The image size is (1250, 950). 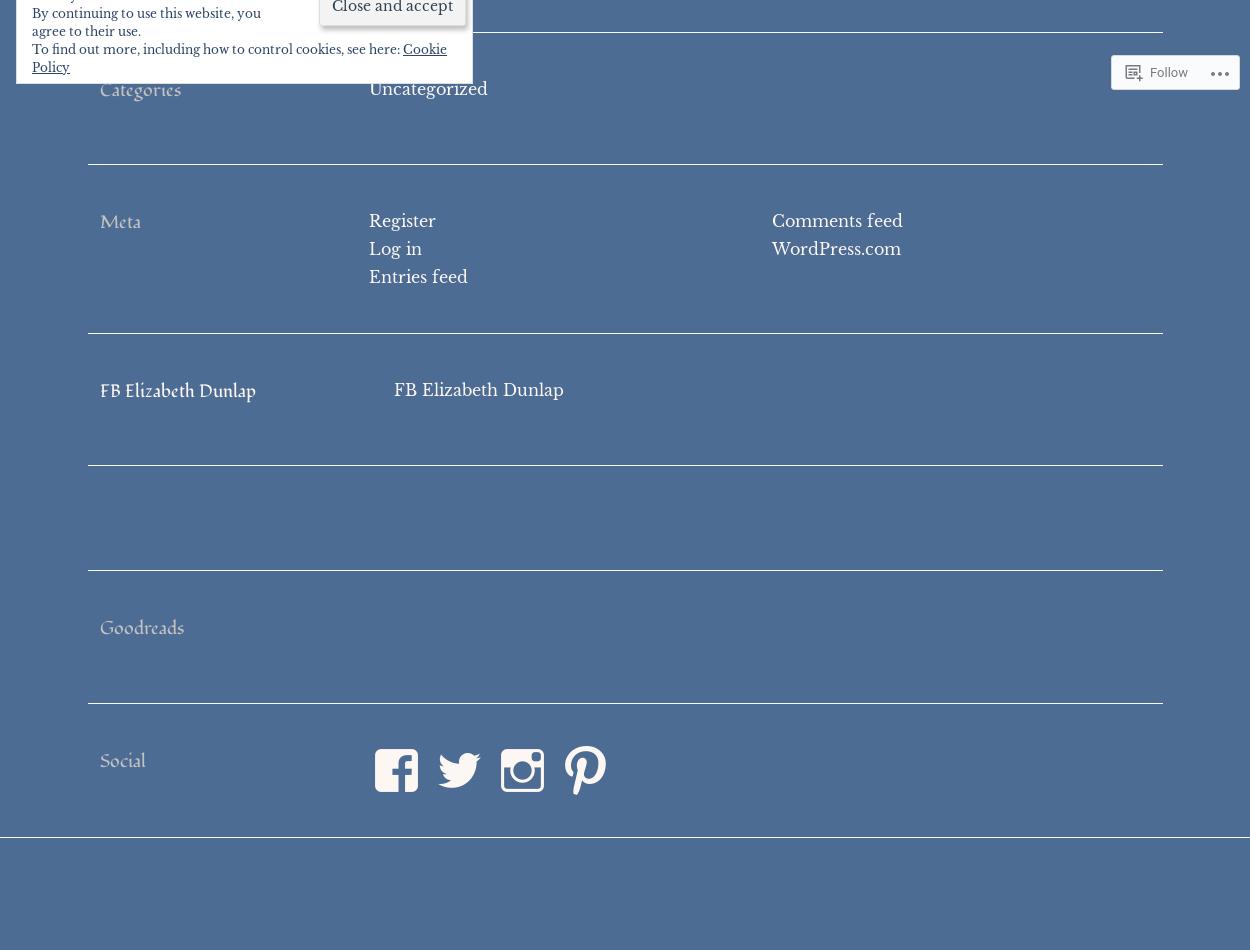 What do you see at coordinates (119, 222) in the screenshot?
I see `'Meta'` at bounding box center [119, 222].